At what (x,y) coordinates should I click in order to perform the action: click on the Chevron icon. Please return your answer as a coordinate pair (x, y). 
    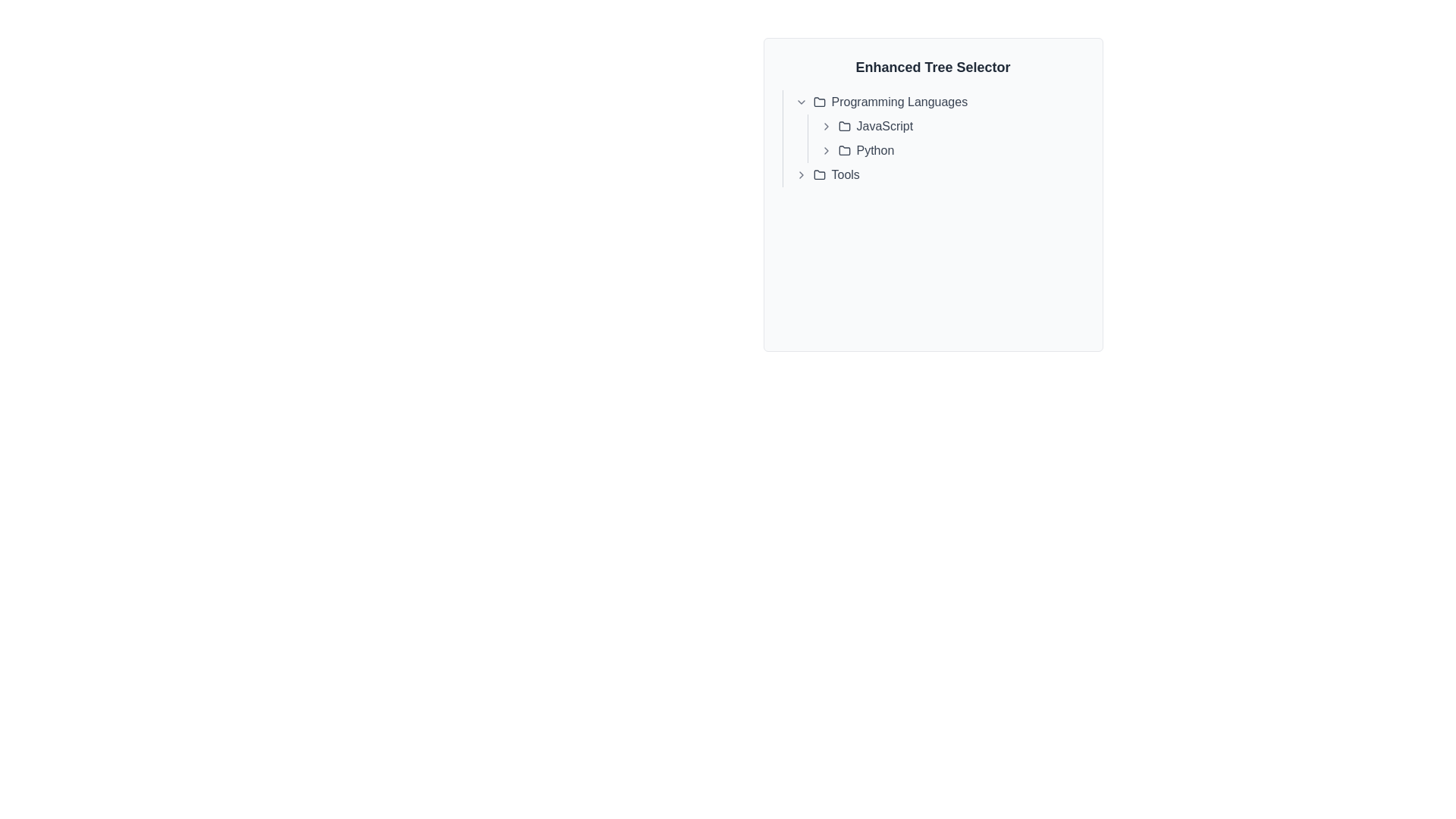
    Looking at the image, I should click on (800, 102).